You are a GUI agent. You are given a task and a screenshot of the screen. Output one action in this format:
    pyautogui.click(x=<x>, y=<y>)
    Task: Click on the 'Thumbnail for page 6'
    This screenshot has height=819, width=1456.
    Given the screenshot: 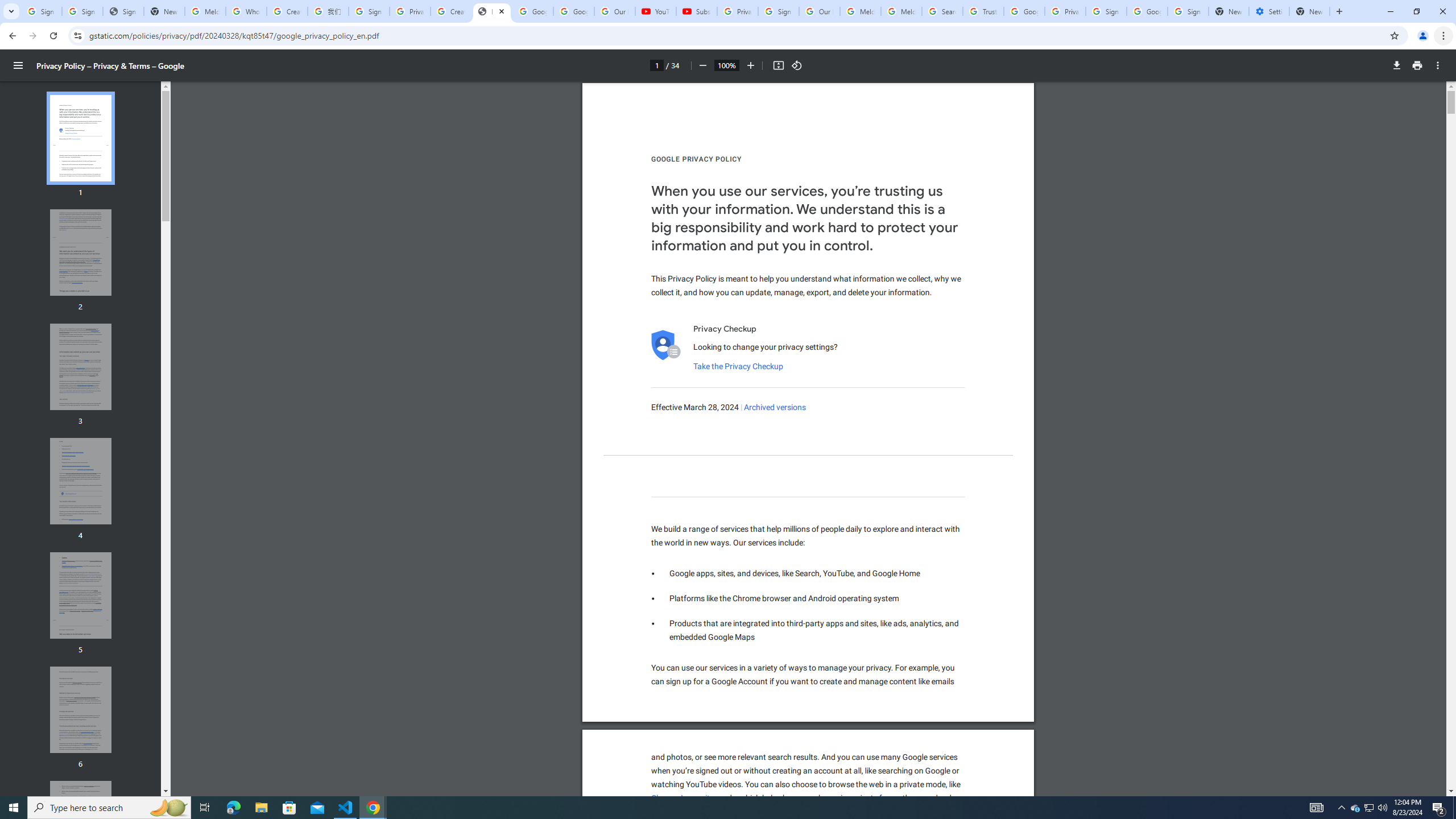 What is the action you would take?
    pyautogui.click(x=81, y=710)
    